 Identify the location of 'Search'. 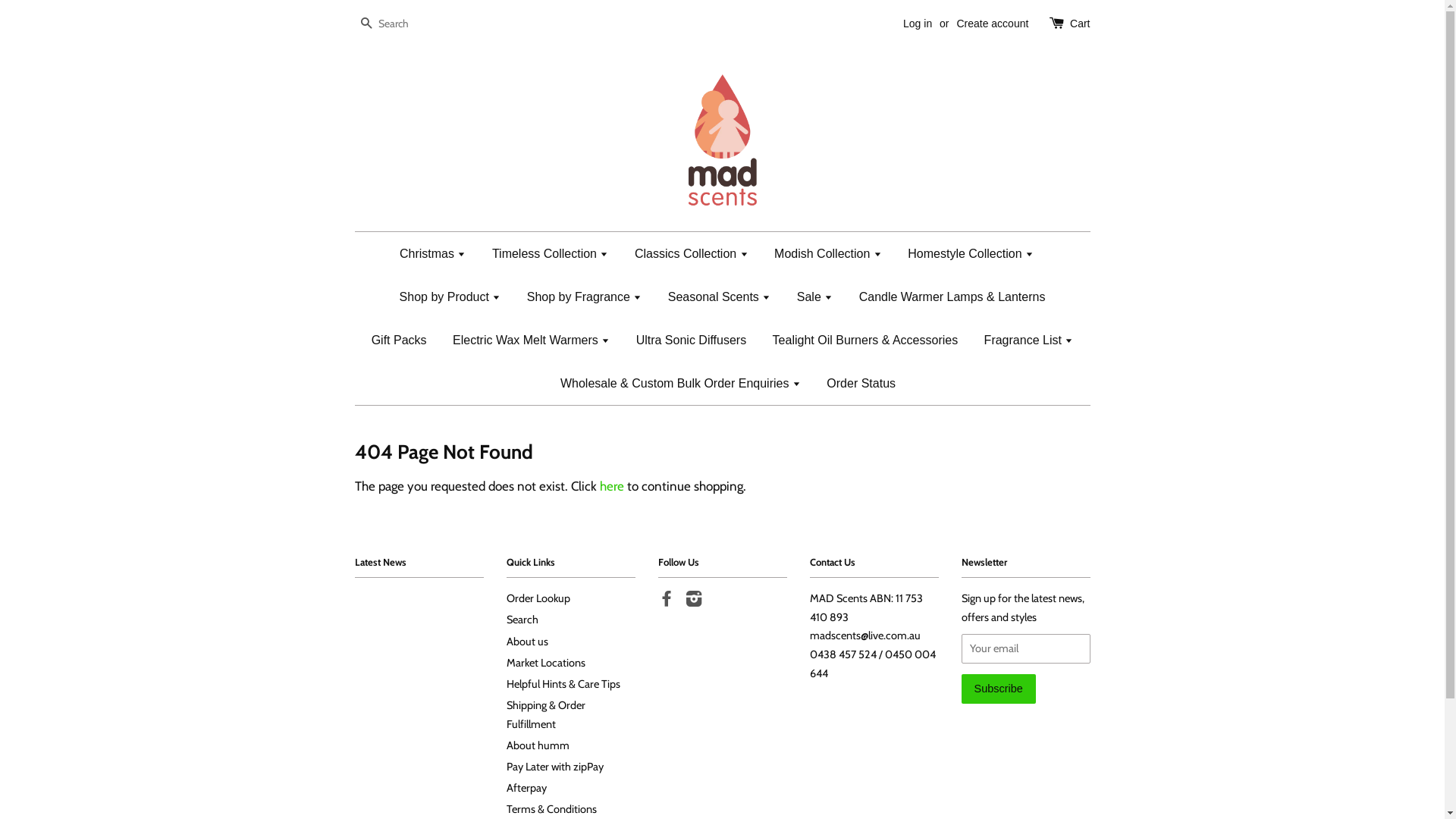
(366, 24).